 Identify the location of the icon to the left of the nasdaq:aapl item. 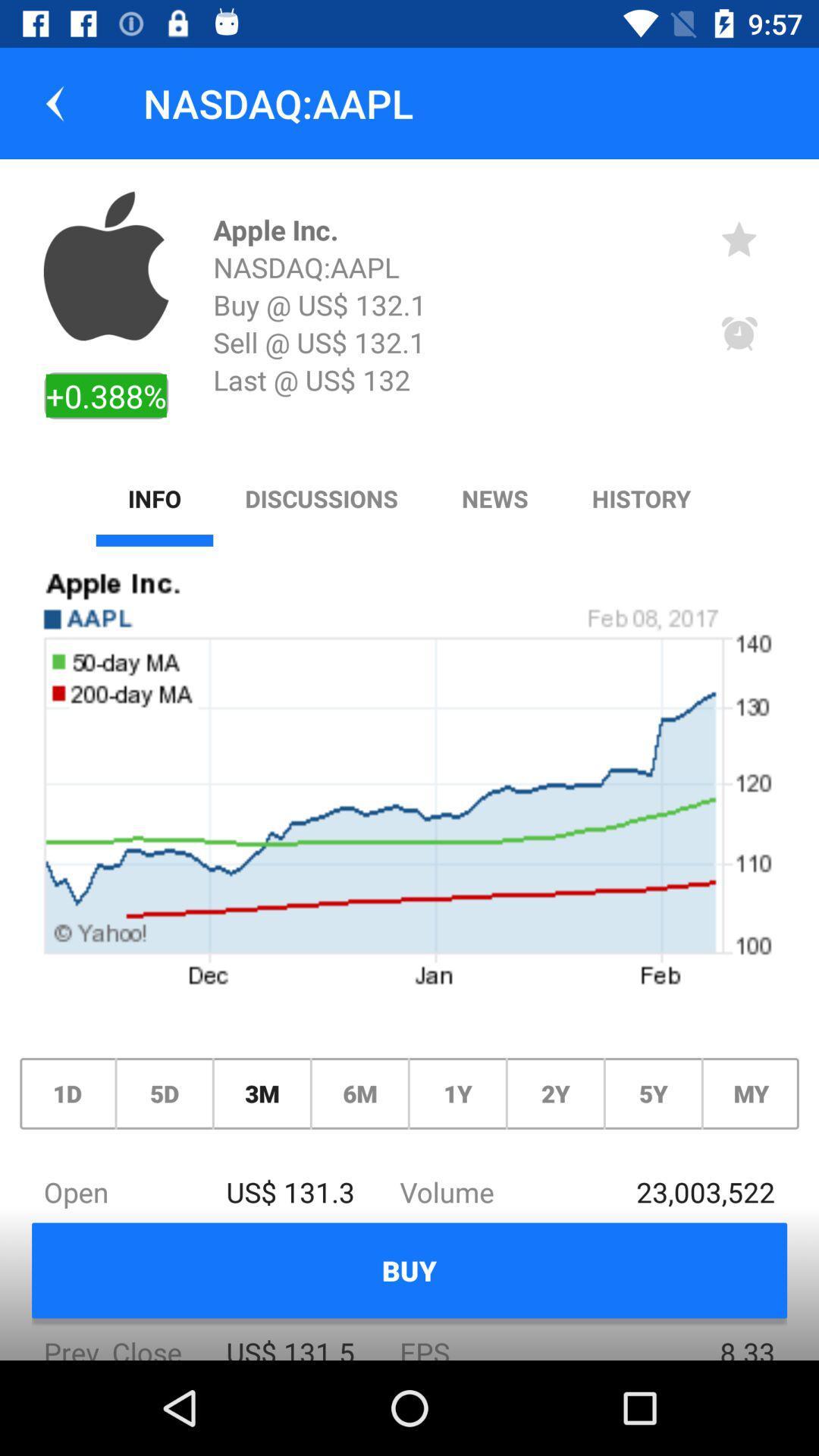
(55, 102).